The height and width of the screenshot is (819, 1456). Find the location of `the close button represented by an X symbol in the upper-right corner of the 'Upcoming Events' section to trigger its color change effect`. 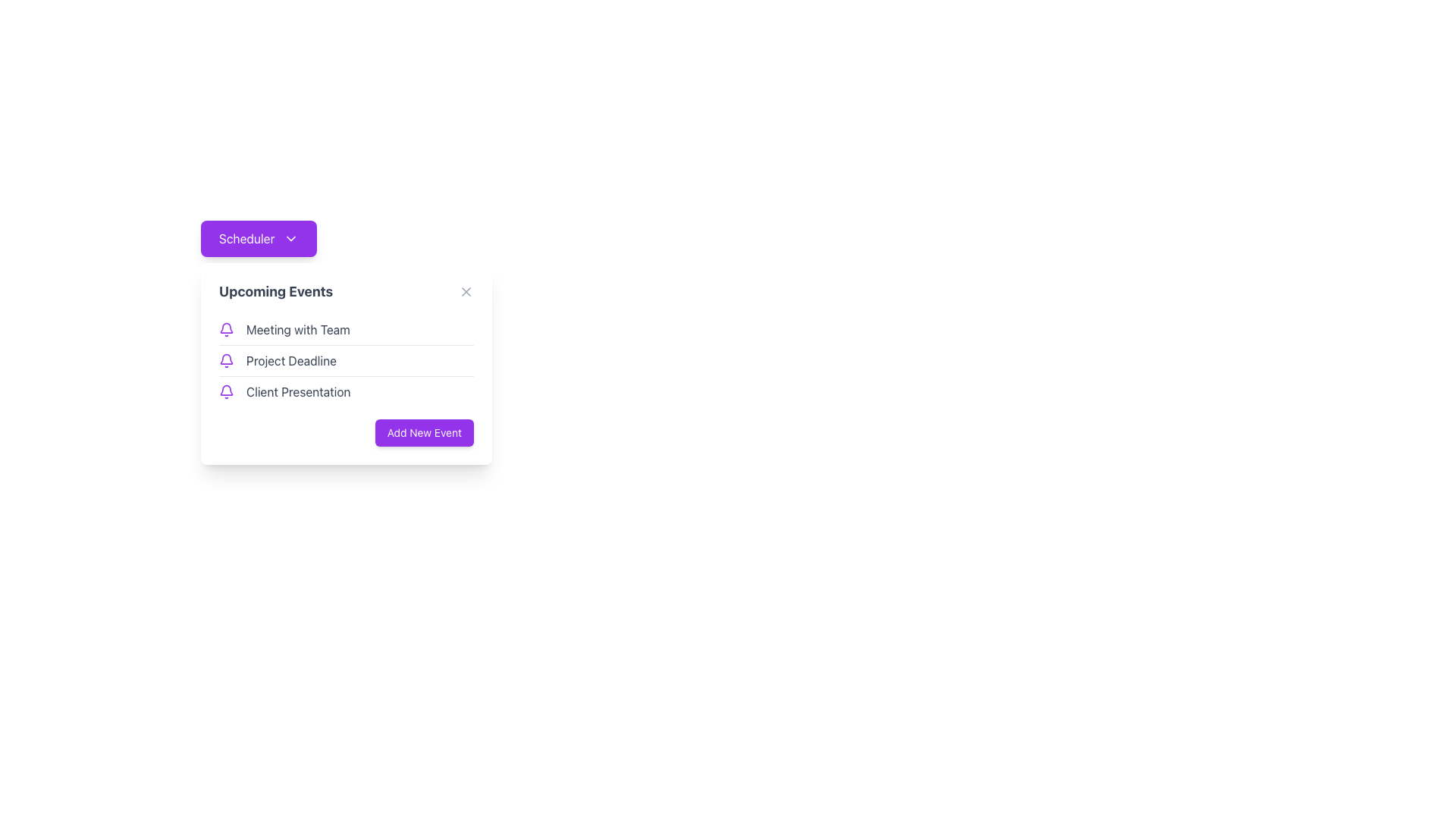

the close button represented by an X symbol in the upper-right corner of the 'Upcoming Events' section to trigger its color change effect is located at coordinates (465, 292).